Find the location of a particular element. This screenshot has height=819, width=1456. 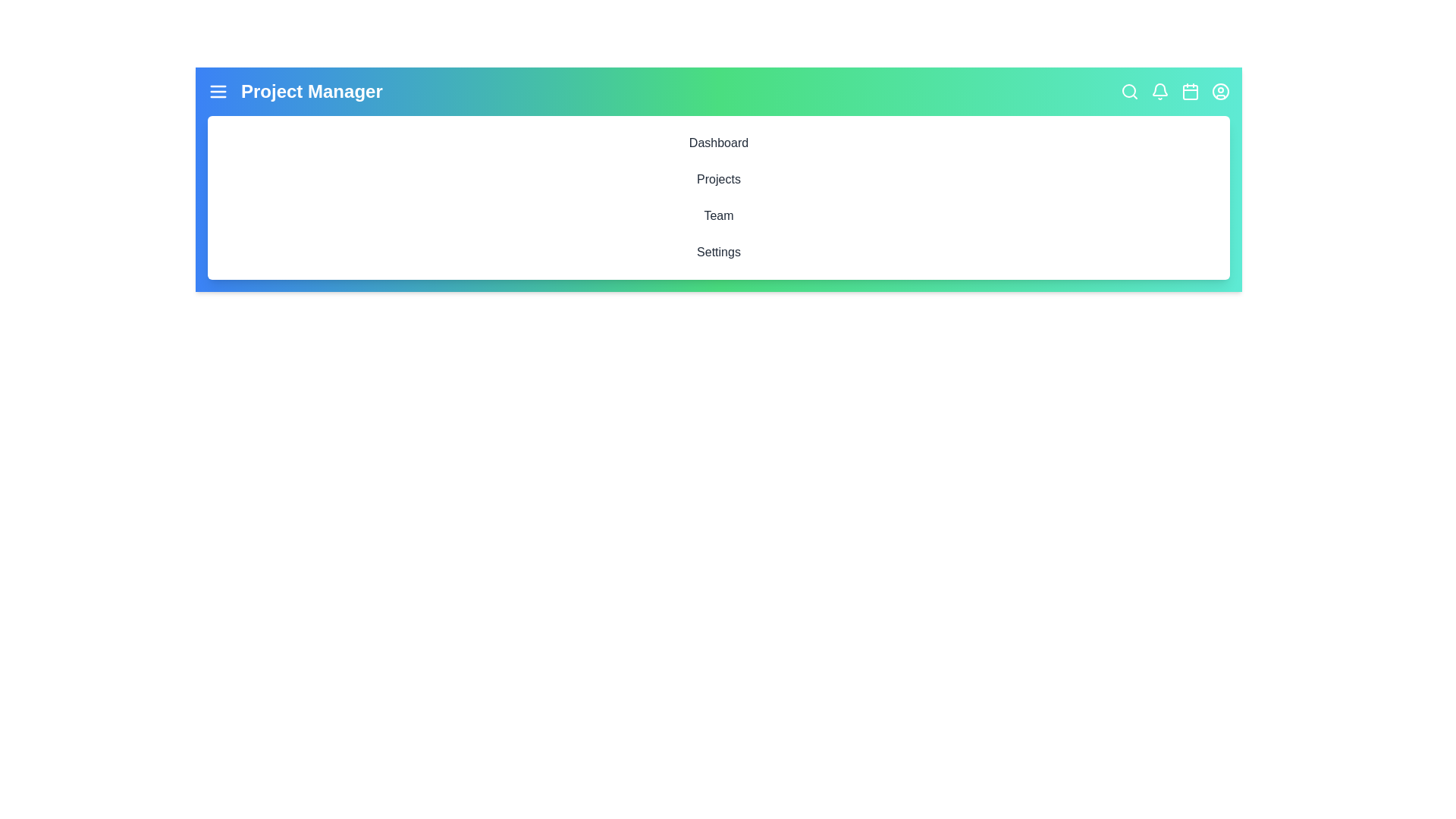

the menu icon to toggle the menu visibility is located at coordinates (218, 91).